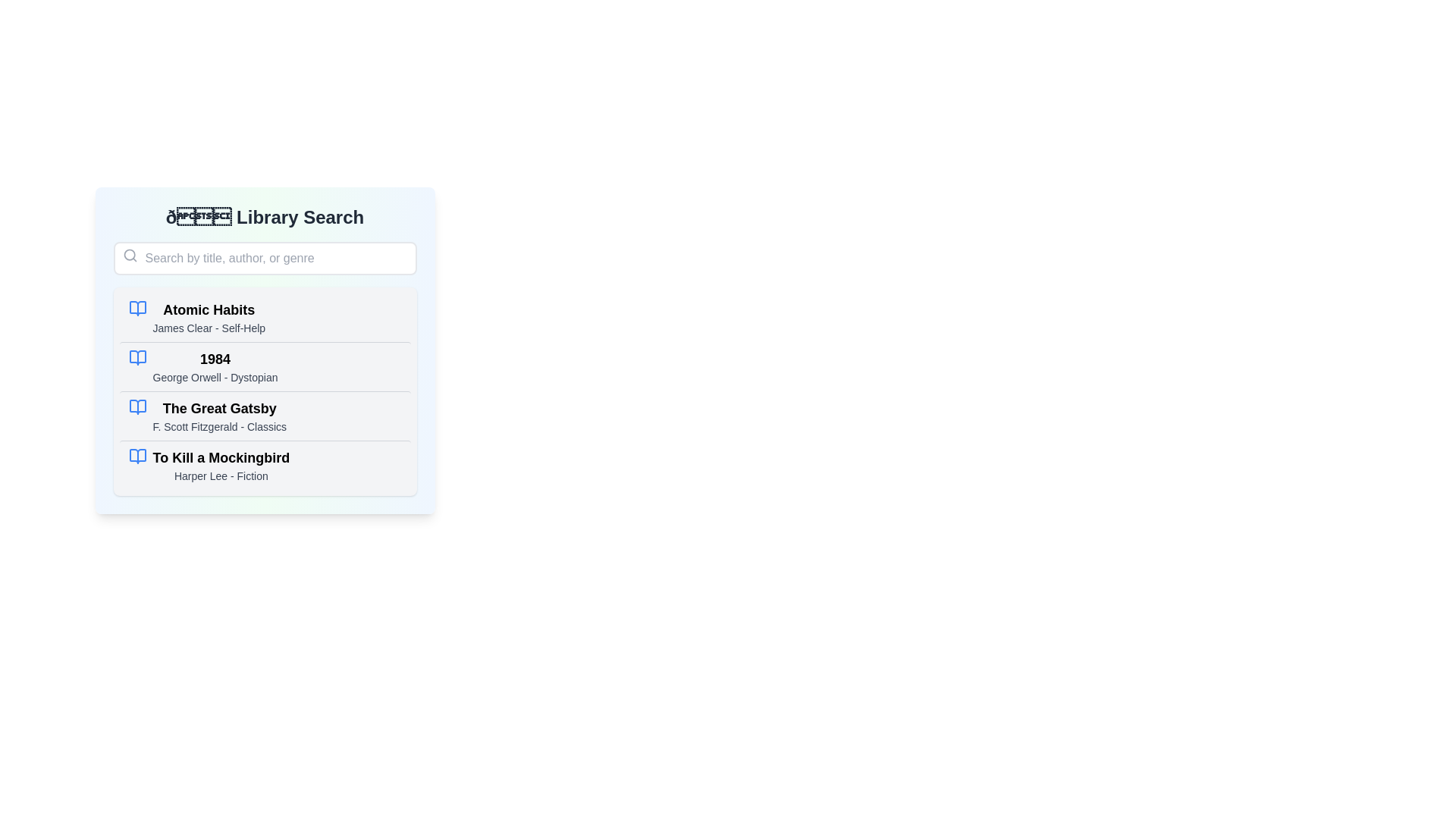 The height and width of the screenshot is (819, 1456). I want to click on the list entry for 'The Great Gatsby', which includes a blue book icon, so click(265, 416).